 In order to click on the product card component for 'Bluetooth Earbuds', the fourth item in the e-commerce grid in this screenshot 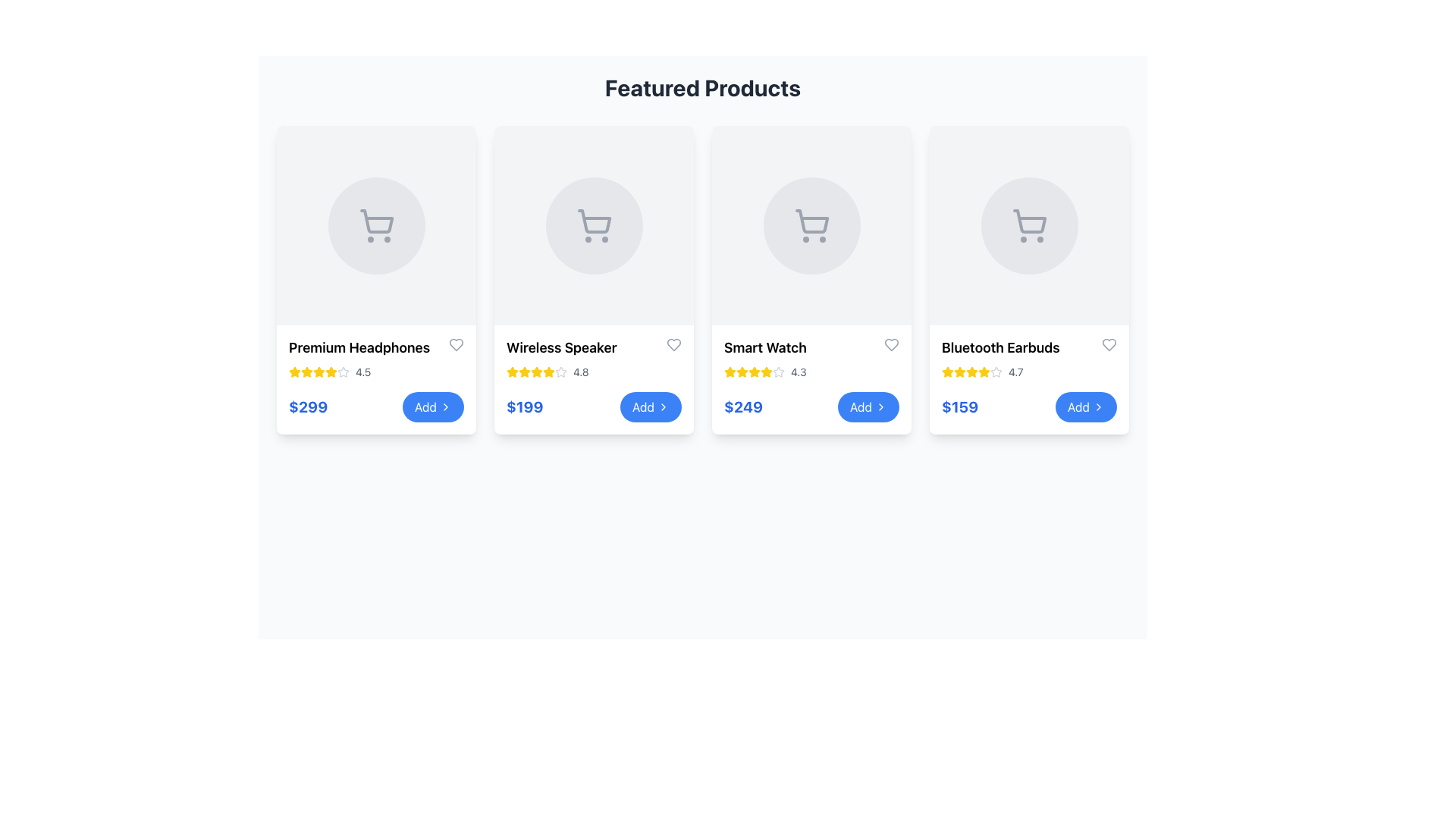, I will do `click(1029, 280)`.